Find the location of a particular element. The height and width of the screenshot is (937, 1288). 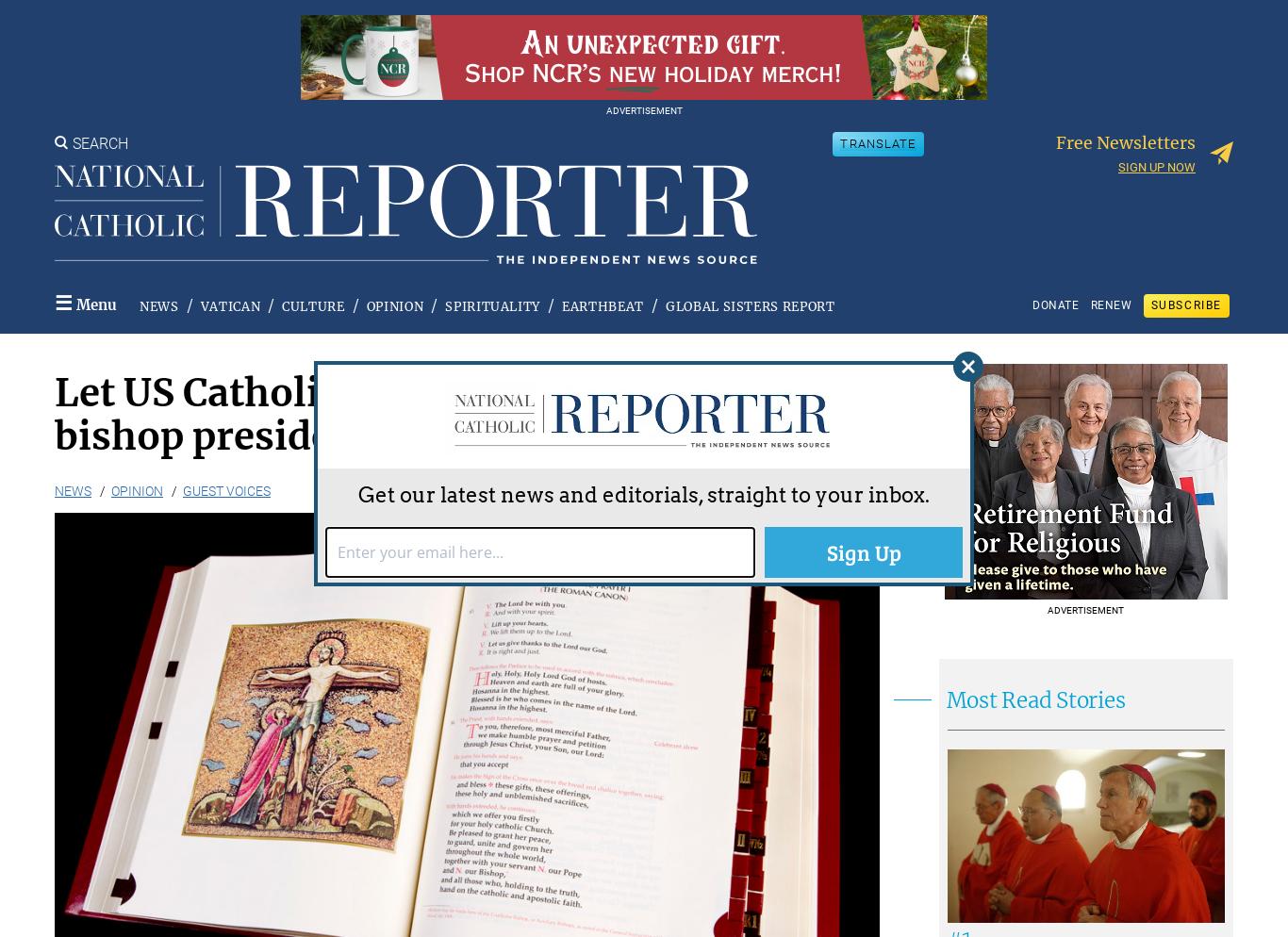

'Guest Voices' is located at coordinates (181, 489).